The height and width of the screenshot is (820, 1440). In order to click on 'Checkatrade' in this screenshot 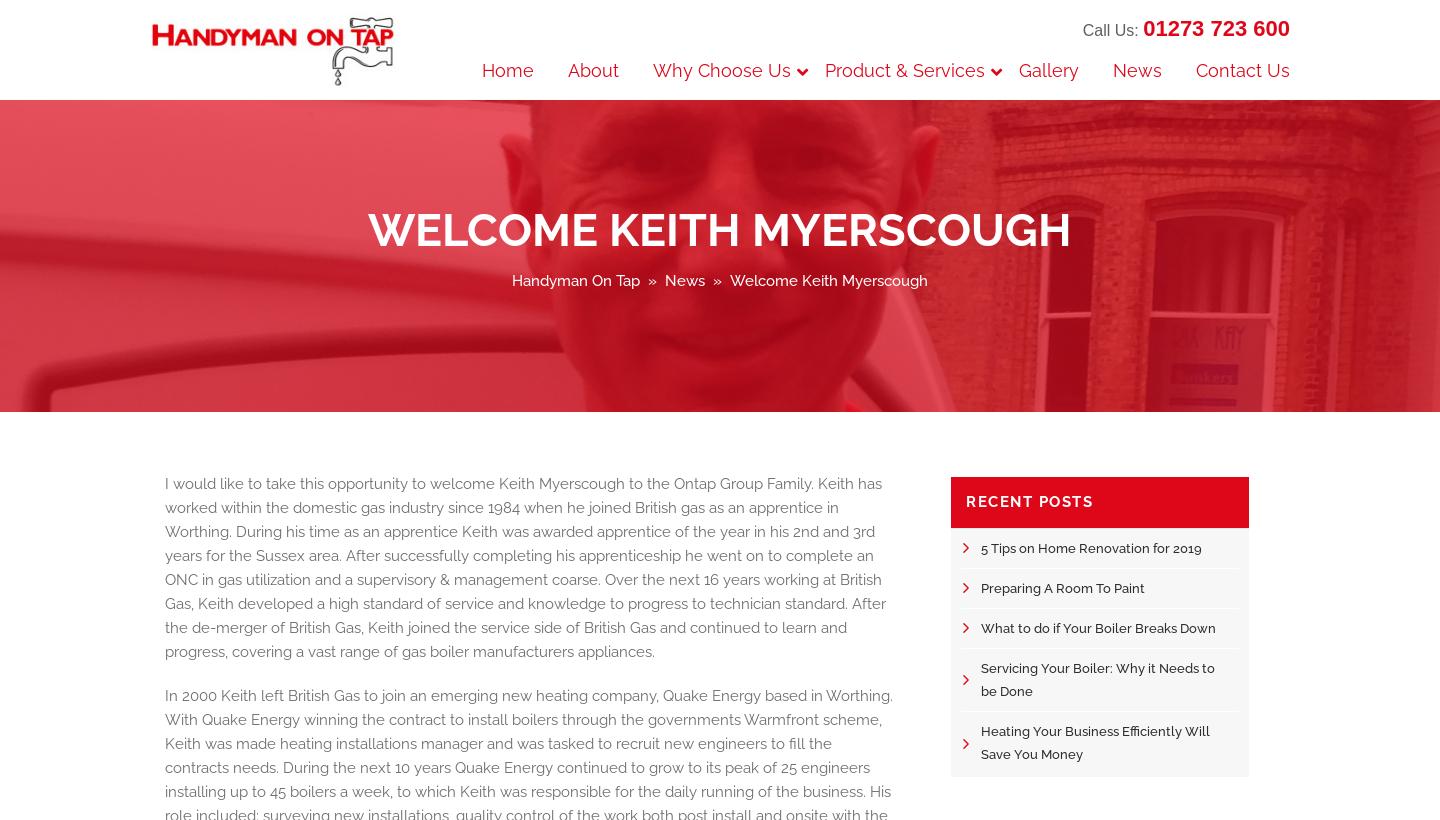, I will do `click(710, 137)`.